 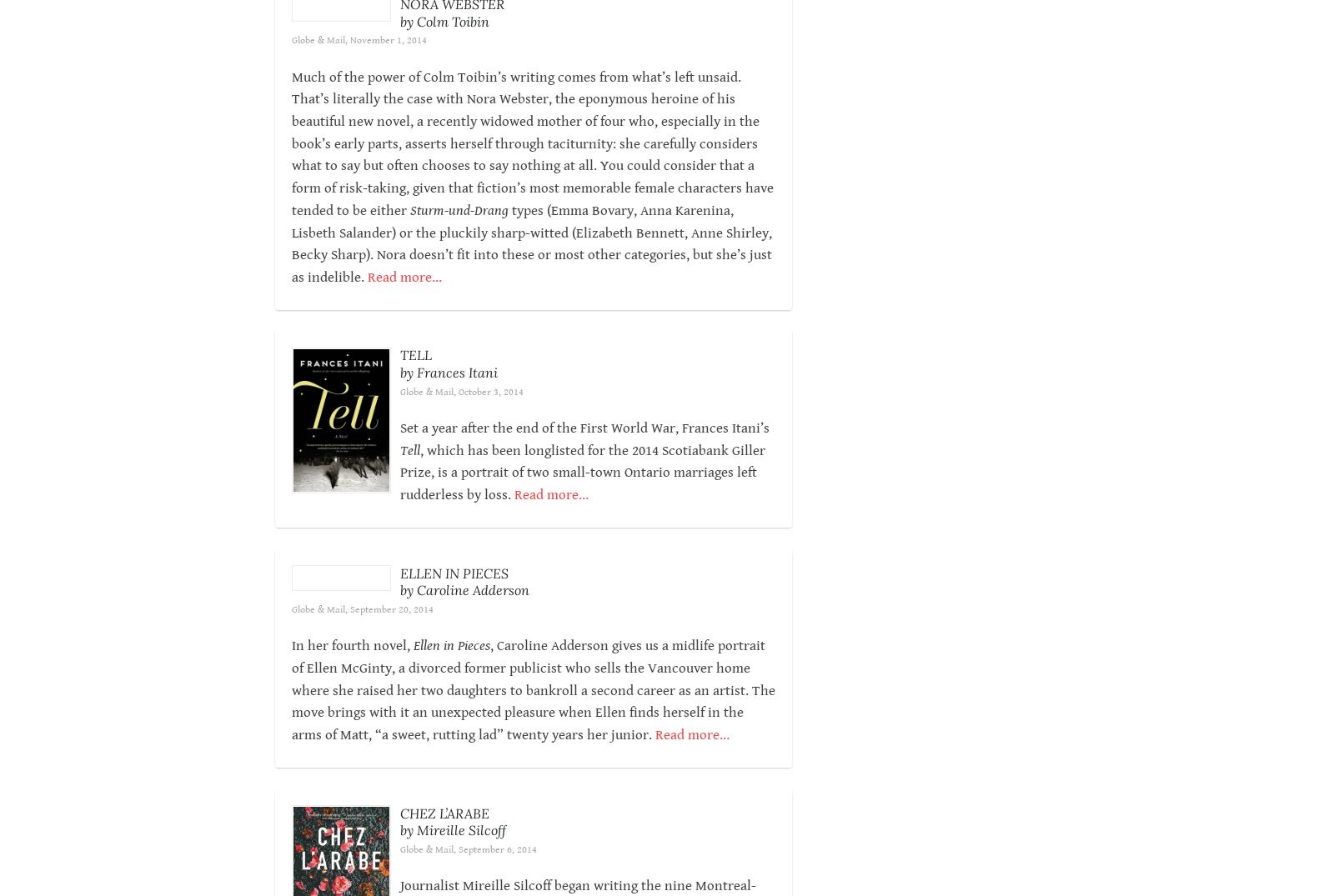 What do you see at coordinates (463, 612) in the screenshot?
I see `'by Caroline Adderson'` at bounding box center [463, 612].